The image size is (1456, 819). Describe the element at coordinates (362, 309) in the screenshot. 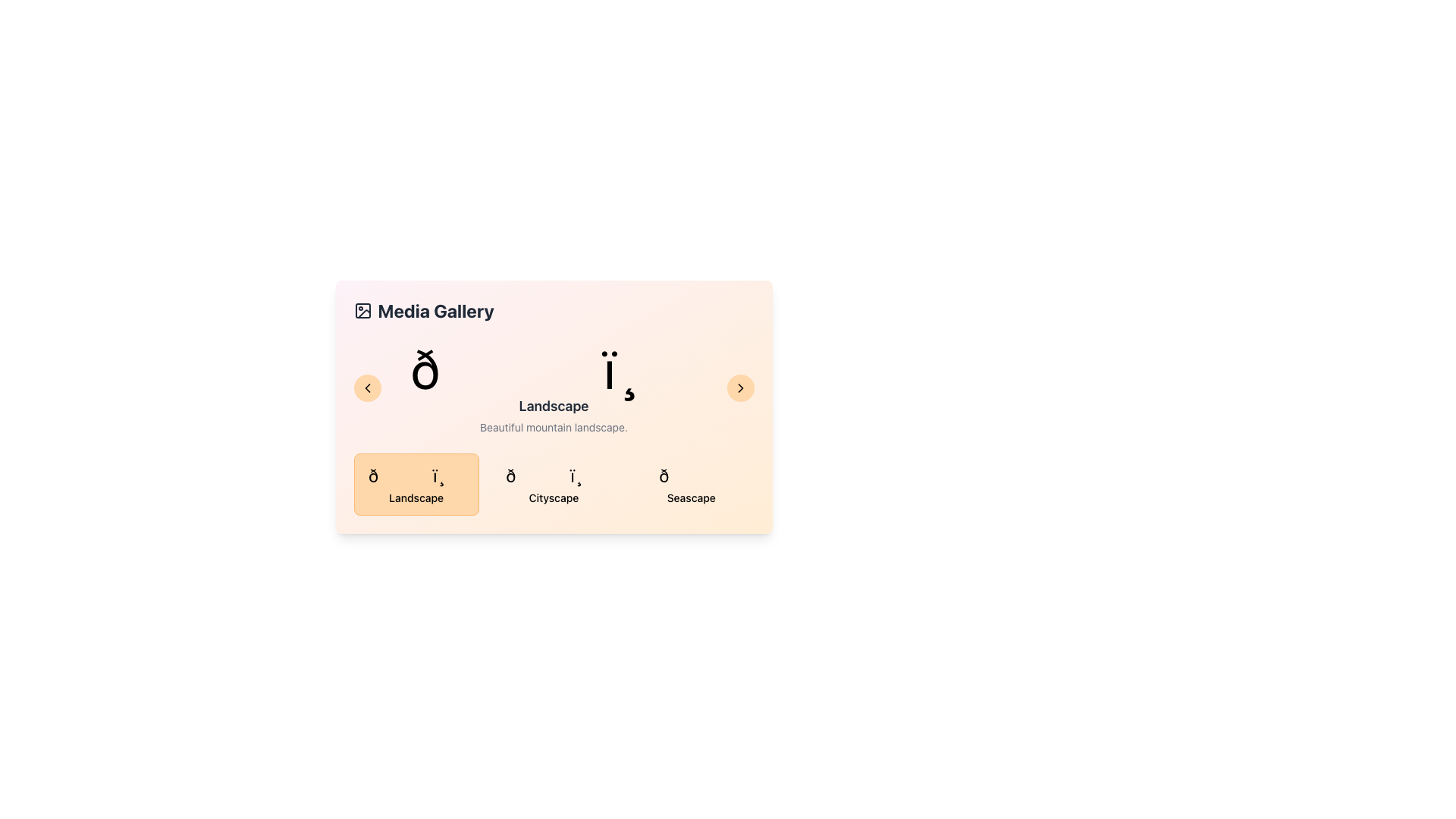

I see `the media gallery icon located to the left of the 'Media Gallery' label in the header section` at that location.